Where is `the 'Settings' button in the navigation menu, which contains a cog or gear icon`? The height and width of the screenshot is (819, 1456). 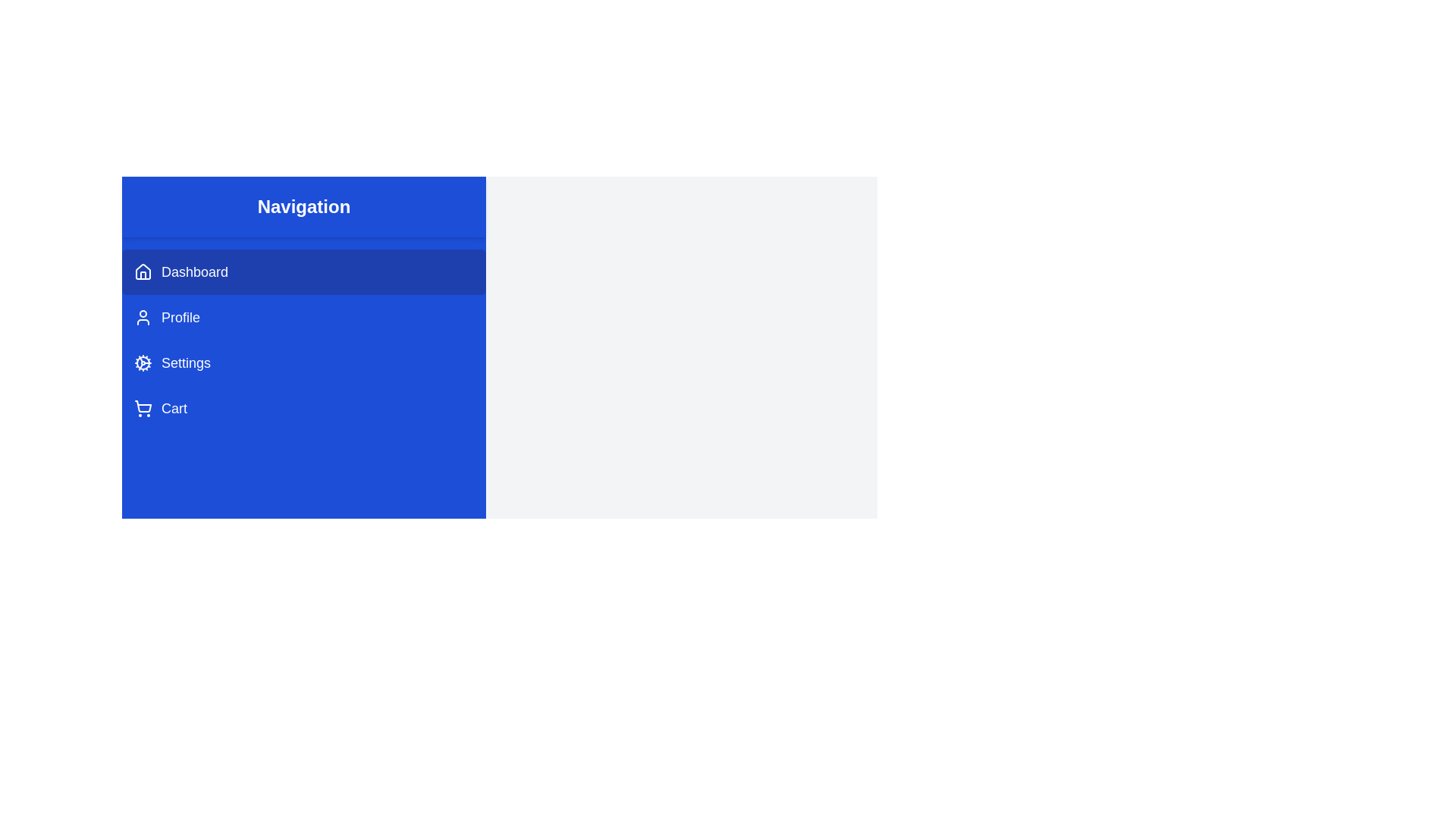 the 'Settings' button in the navigation menu, which contains a cog or gear icon is located at coordinates (143, 362).